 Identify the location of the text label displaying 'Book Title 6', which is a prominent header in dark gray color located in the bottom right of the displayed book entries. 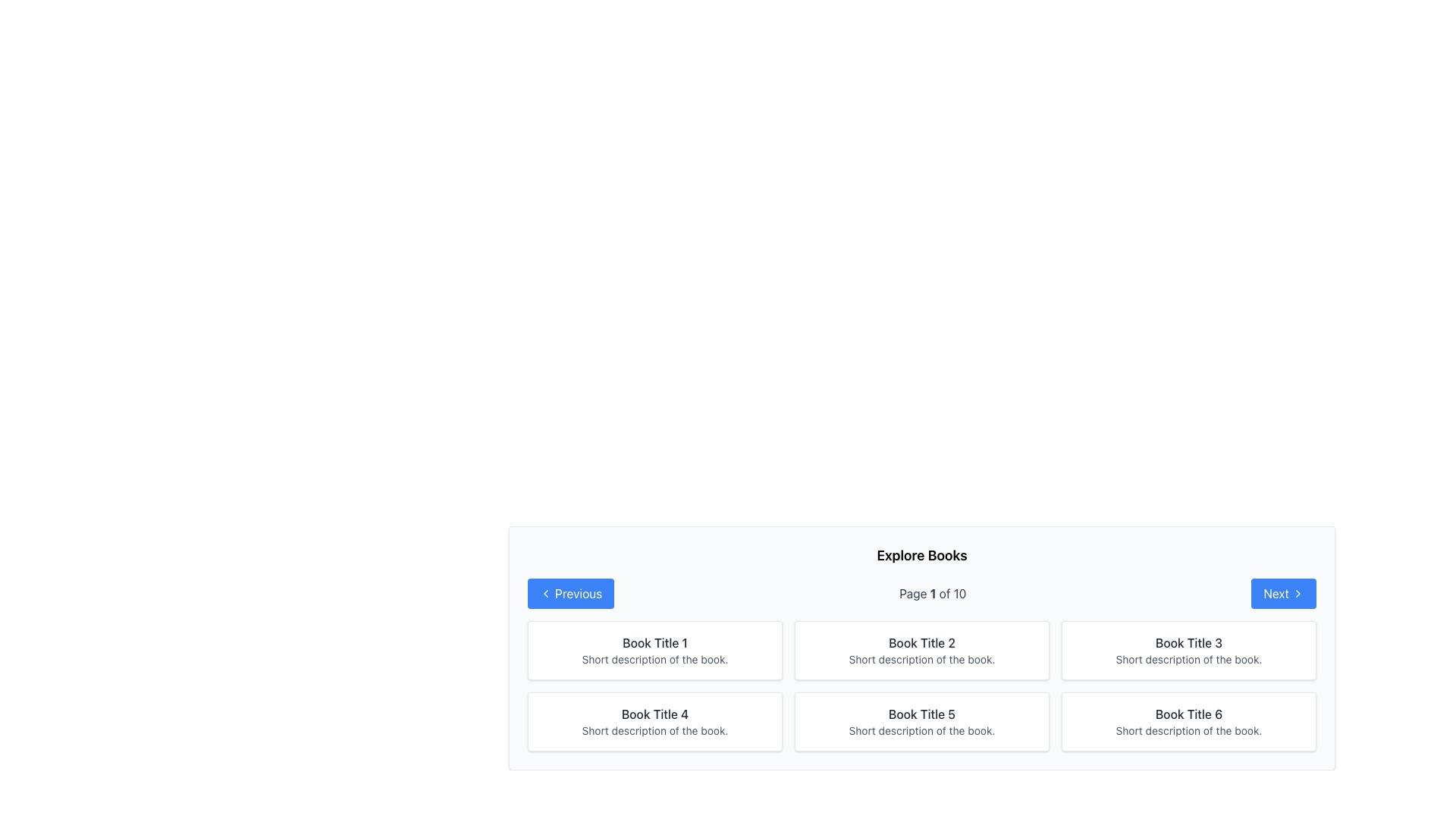
(1188, 714).